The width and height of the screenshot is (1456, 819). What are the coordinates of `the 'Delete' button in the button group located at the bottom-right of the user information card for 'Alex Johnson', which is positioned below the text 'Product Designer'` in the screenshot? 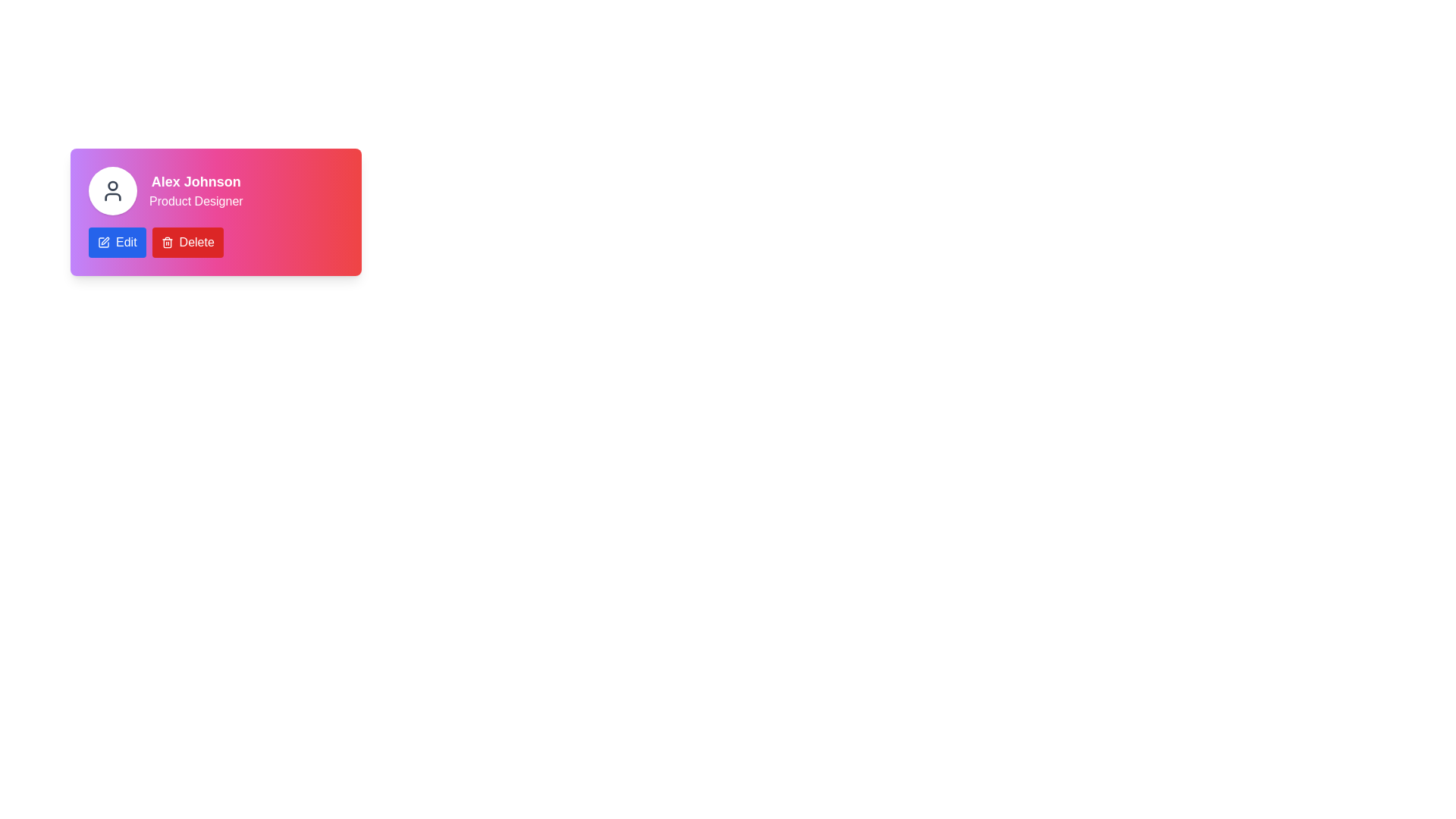 It's located at (215, 242).